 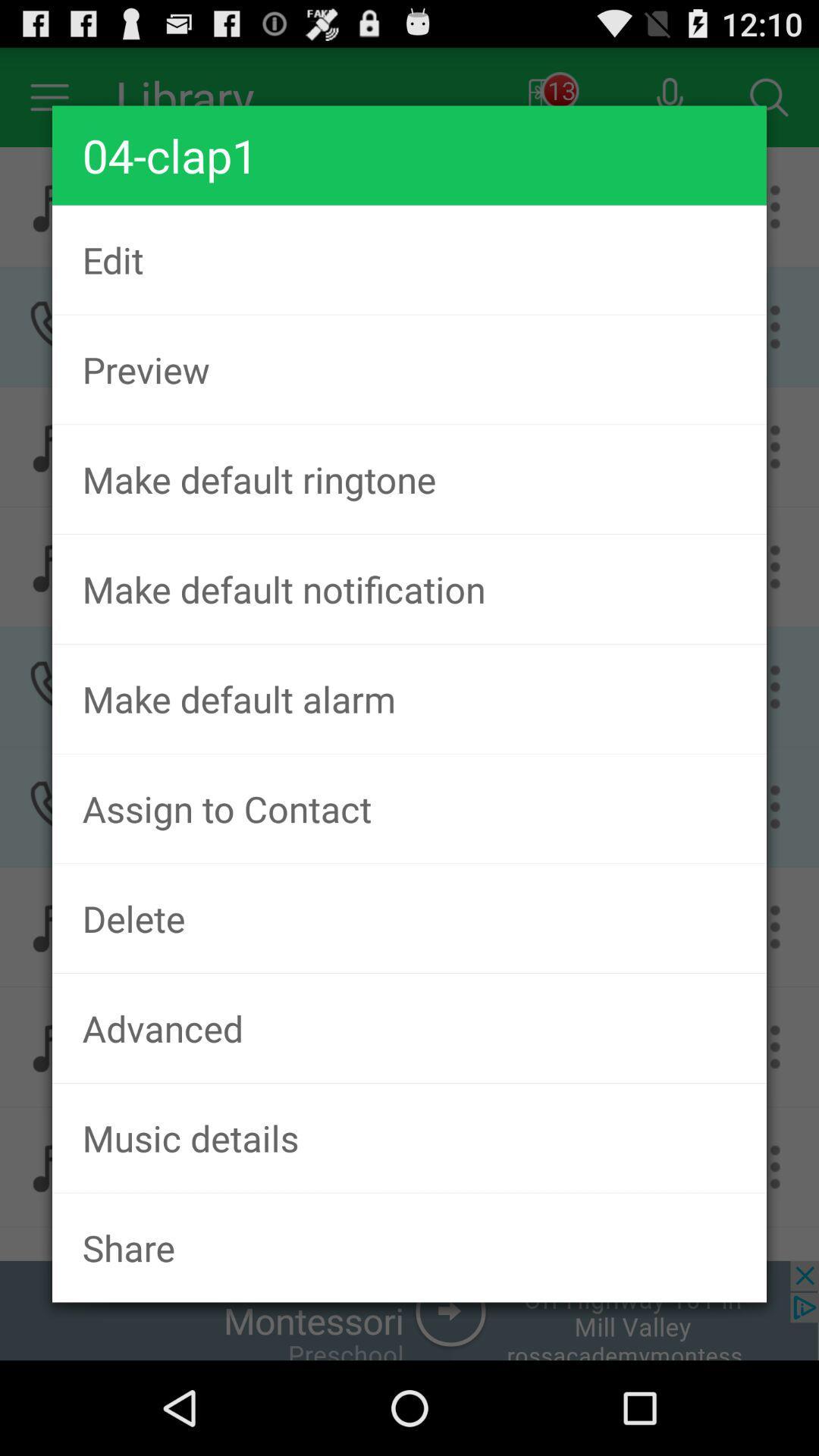 I want to click on the icon below make default alarm, so click(x=409, y=808).